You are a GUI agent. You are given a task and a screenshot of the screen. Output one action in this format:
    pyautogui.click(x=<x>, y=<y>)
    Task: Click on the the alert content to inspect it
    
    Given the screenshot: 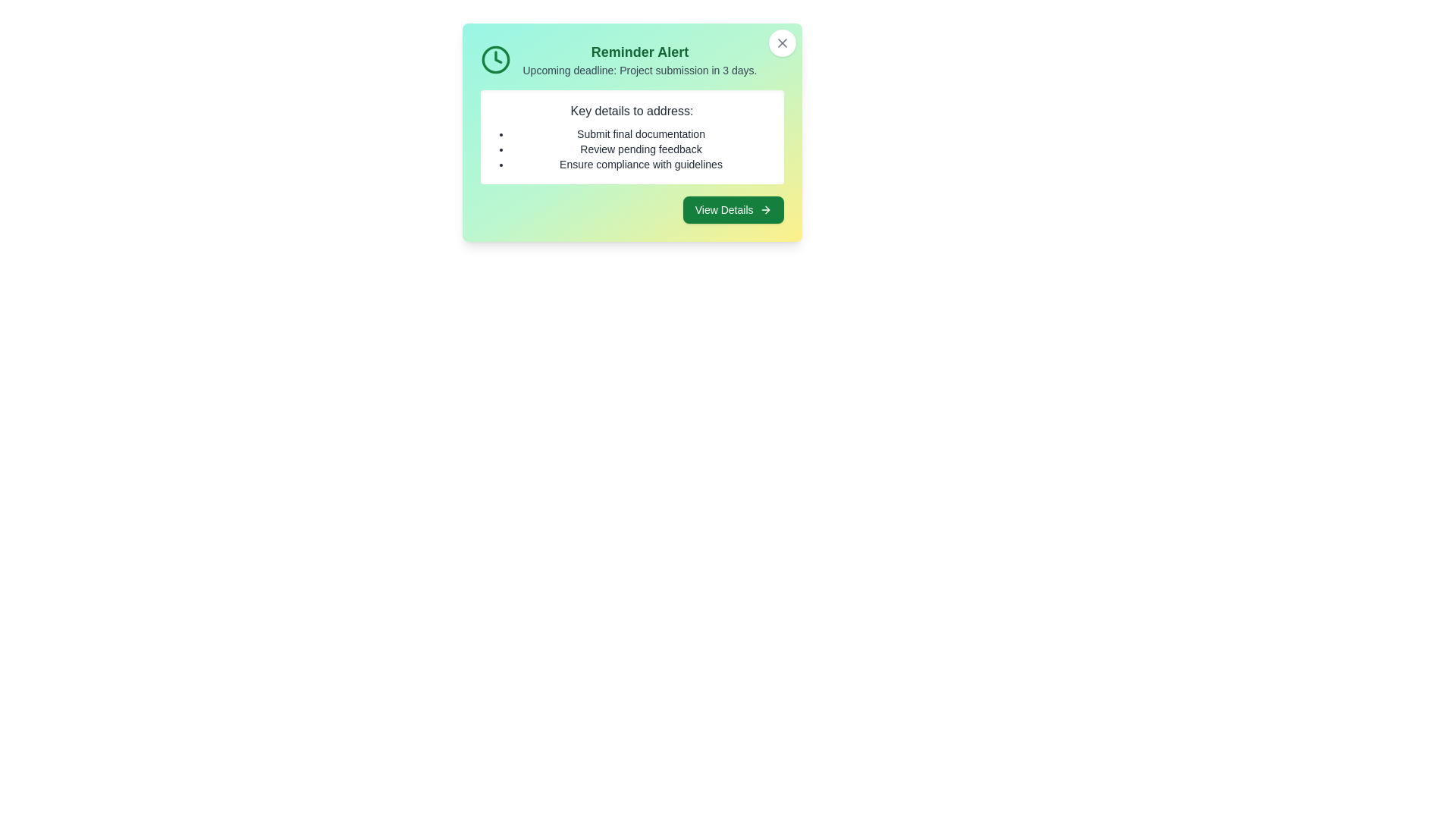 What is the action you would take?
    pyautogui.click(x=632, y=131)
    